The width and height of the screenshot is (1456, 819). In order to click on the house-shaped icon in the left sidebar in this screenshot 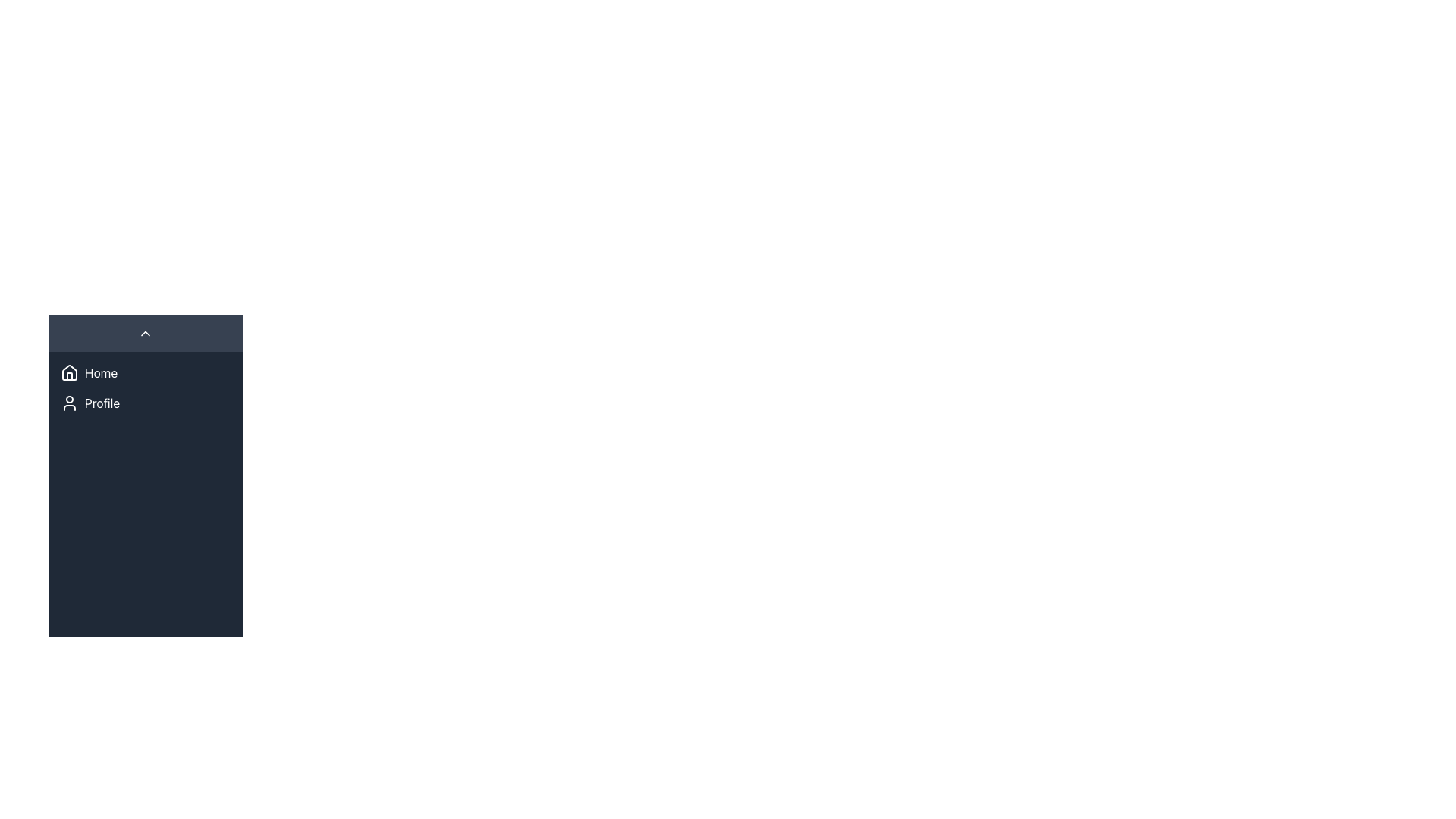, I will do `click(68, 372)`.